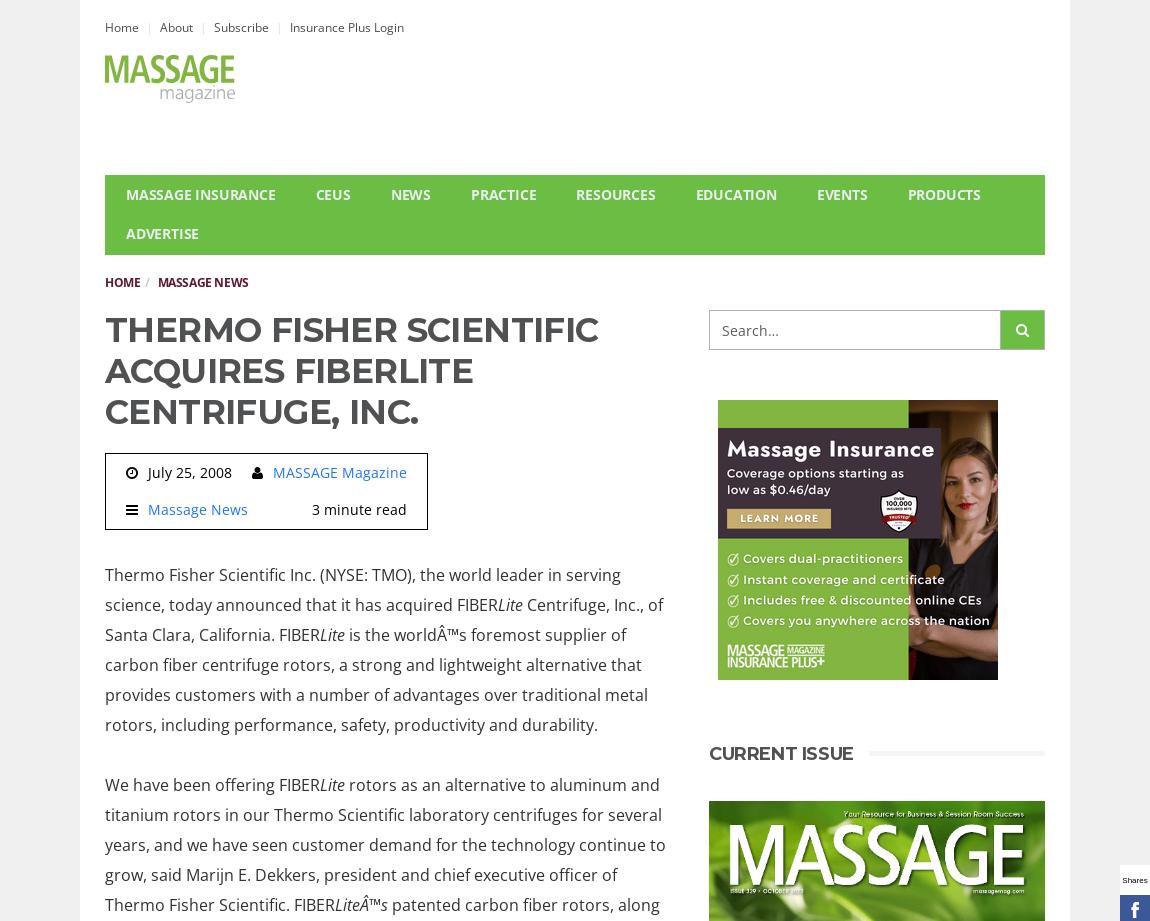 This screenshot has height=921, width=1150. What do you see at coordinates (648, 348) in the screenshot?
I see `'Massage Creams'` at bounding box center [648, 348].